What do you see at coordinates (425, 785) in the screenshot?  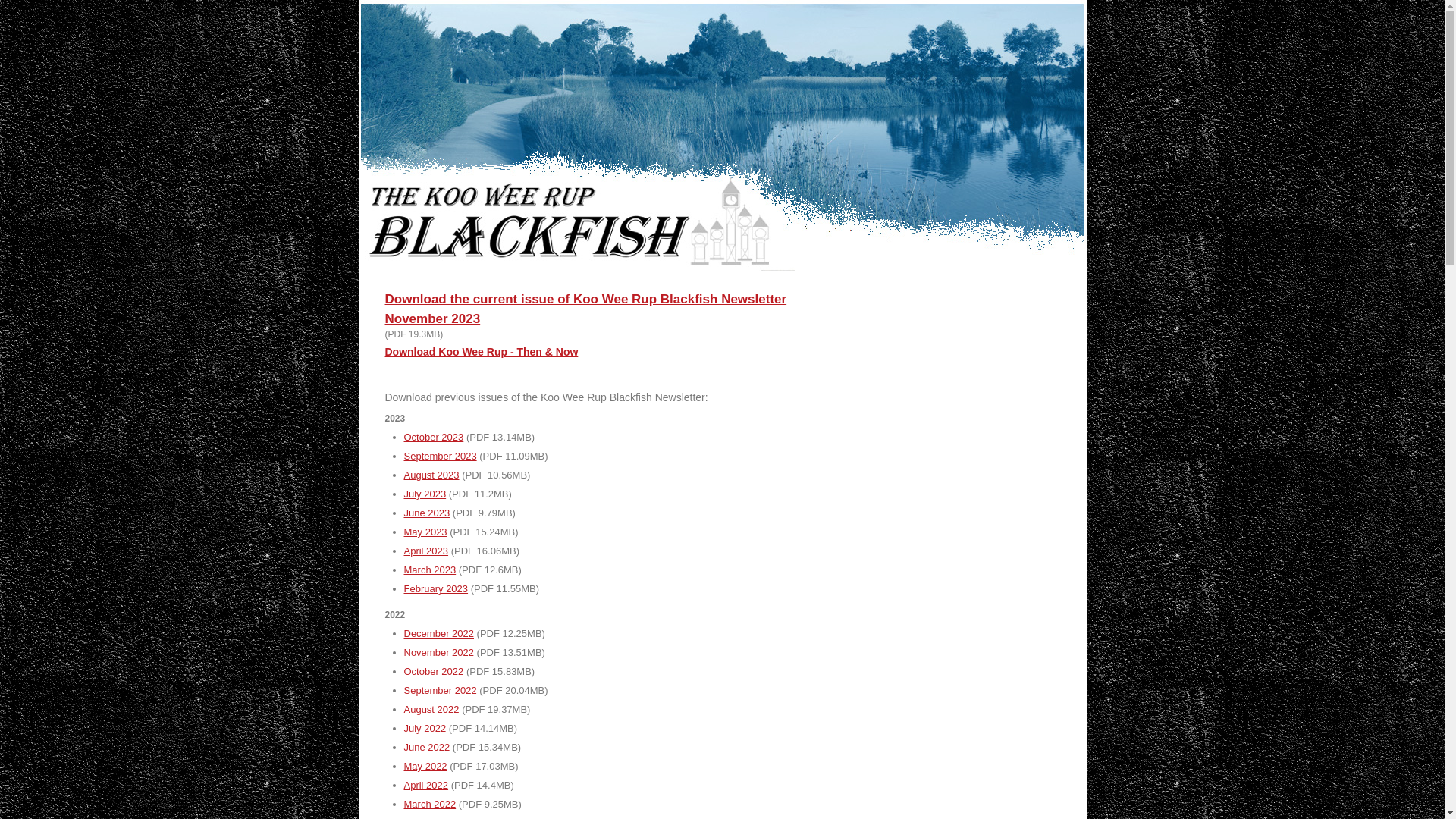 I see `'April 2022'` at bounding box center [425, 785].